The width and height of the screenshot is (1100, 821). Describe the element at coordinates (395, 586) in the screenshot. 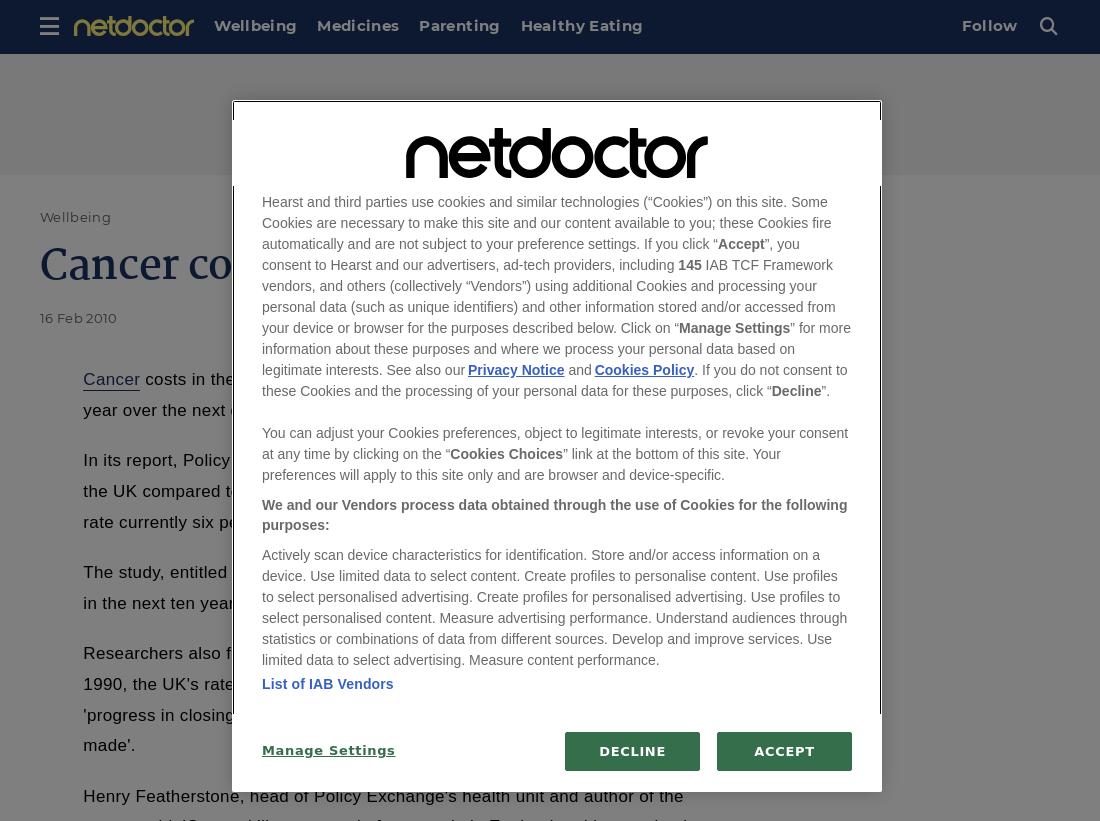

I see `'The study, entitled the Cost of Cancer, claims that the cost will rise substantially in the next ten years.'` at that location.